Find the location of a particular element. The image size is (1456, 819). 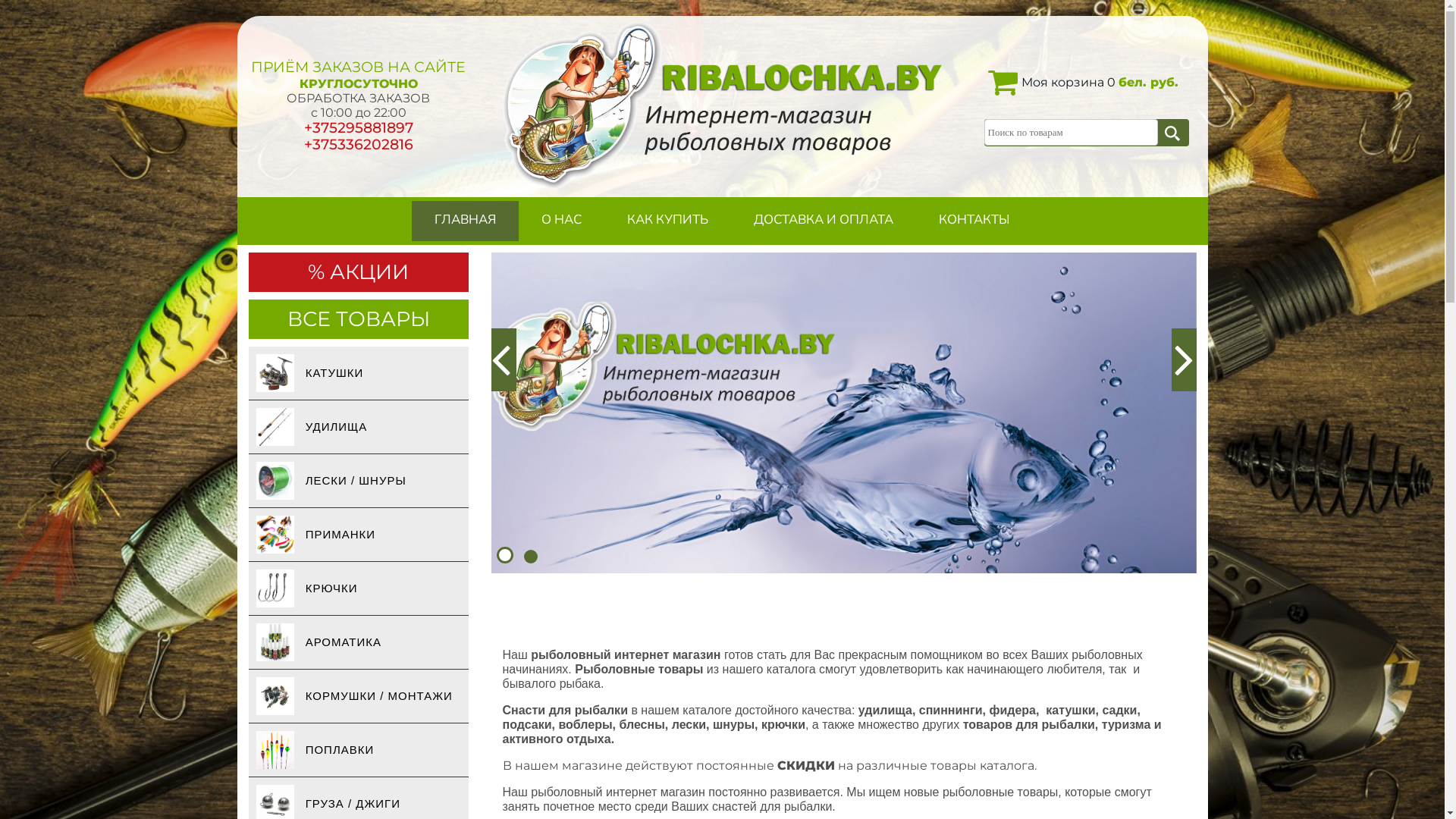

'+375336202816' is located at coordinates (356, 144).